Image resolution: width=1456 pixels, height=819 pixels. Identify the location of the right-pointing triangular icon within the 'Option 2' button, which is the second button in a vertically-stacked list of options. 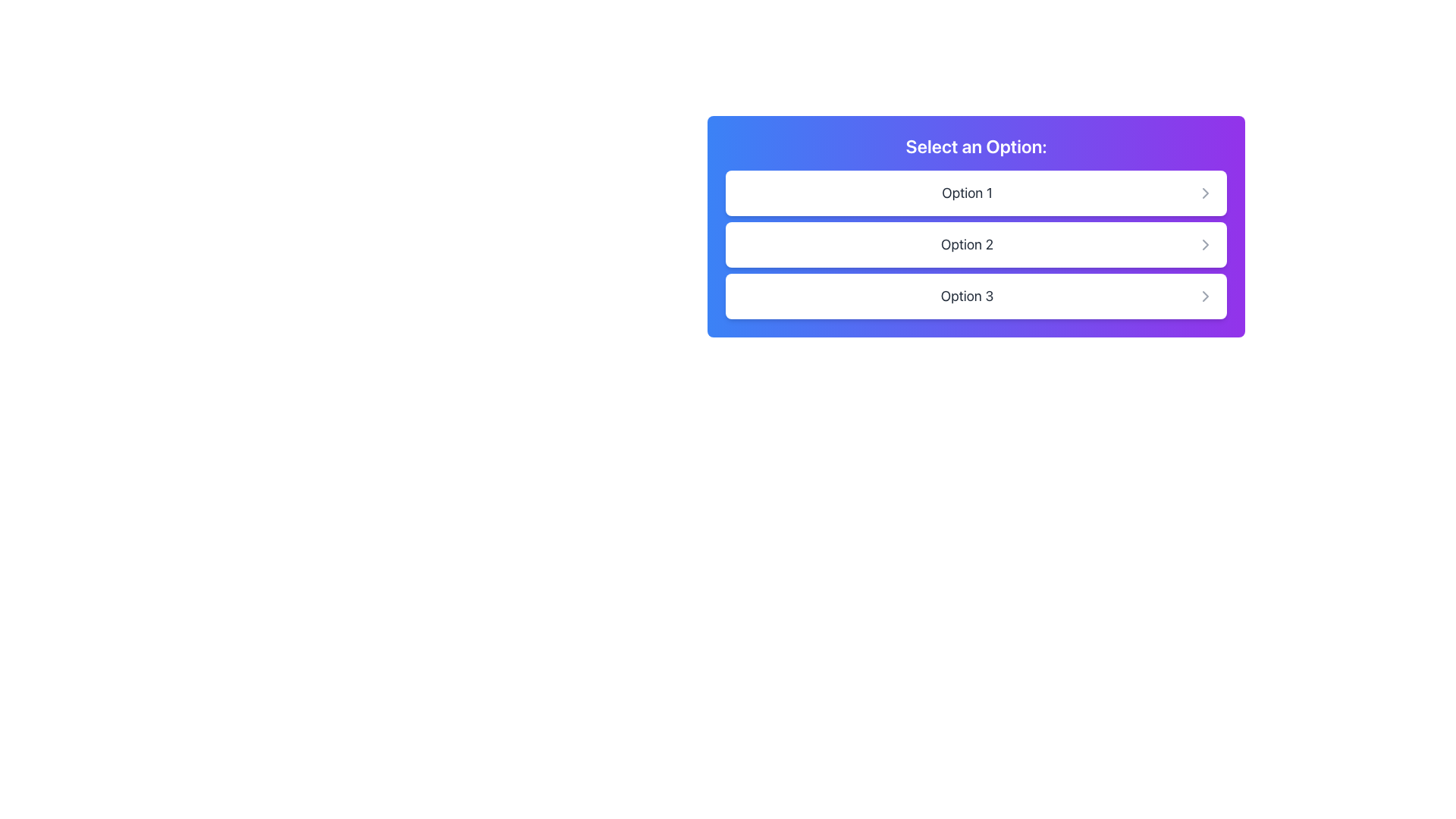
(1204, 244).